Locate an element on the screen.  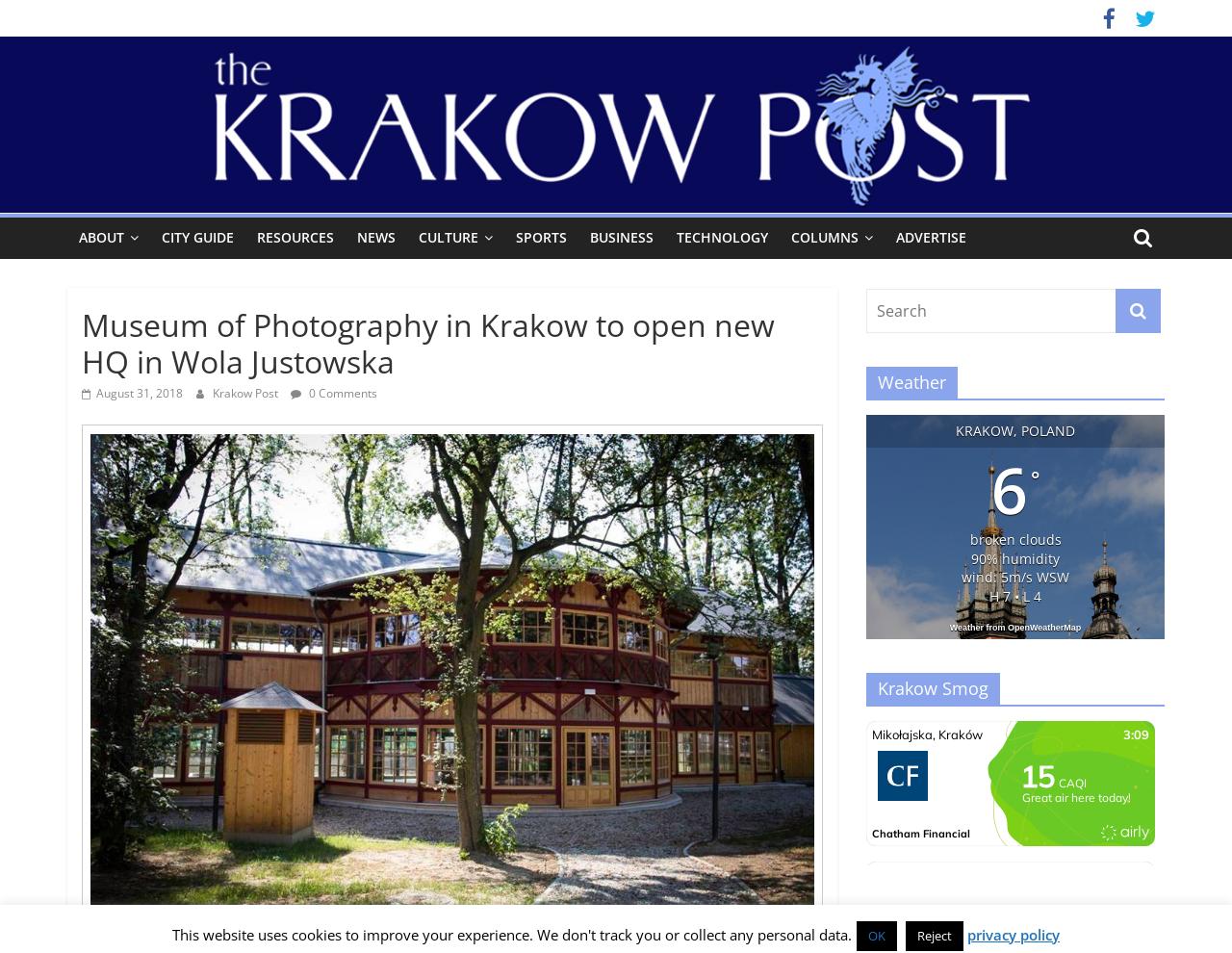
'OK' is located at coordinates (875, 935).